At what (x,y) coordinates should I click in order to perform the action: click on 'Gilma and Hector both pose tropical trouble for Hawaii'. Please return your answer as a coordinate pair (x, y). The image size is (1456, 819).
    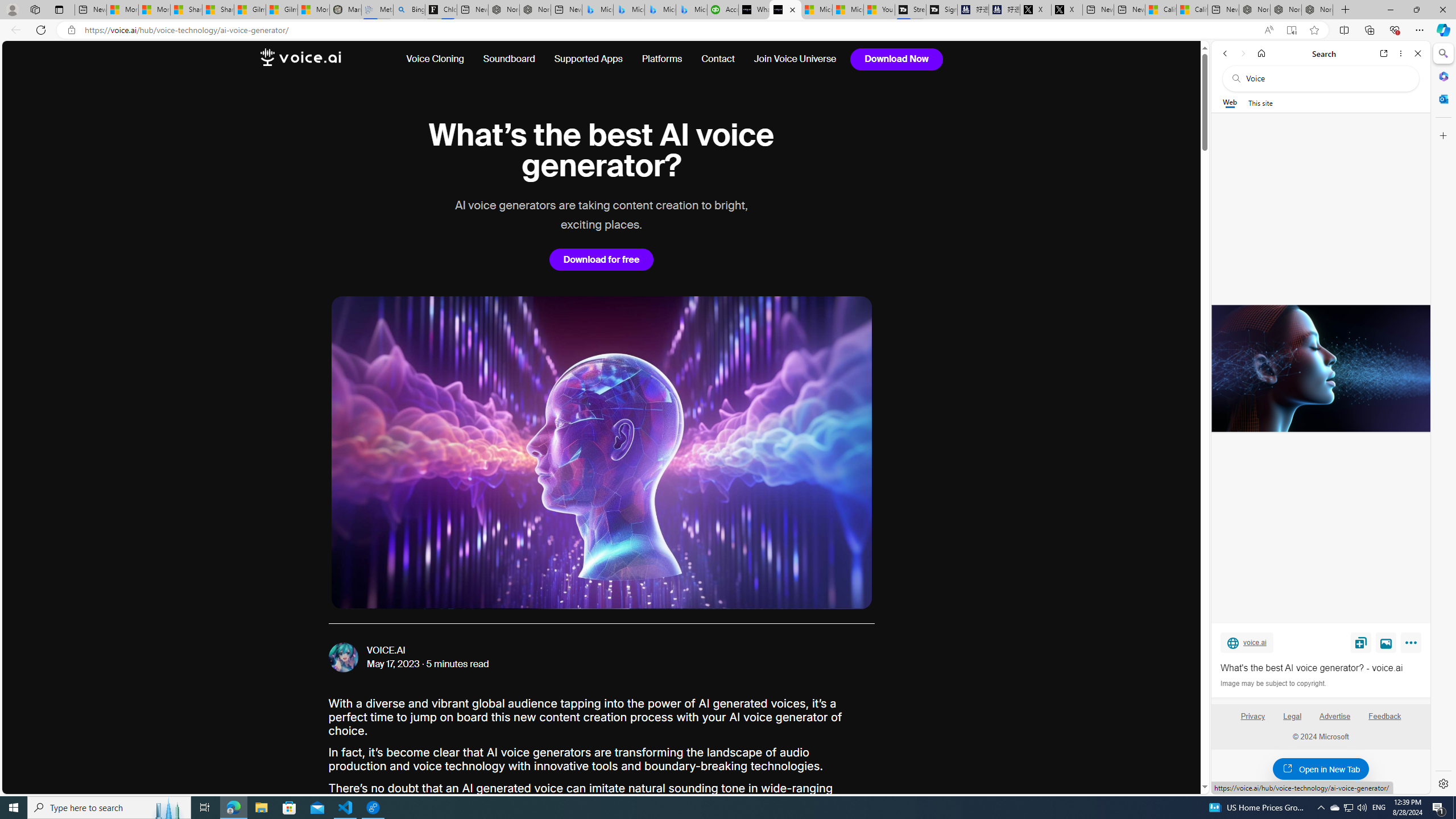
    Looking at the image, I should click on (281, 9).